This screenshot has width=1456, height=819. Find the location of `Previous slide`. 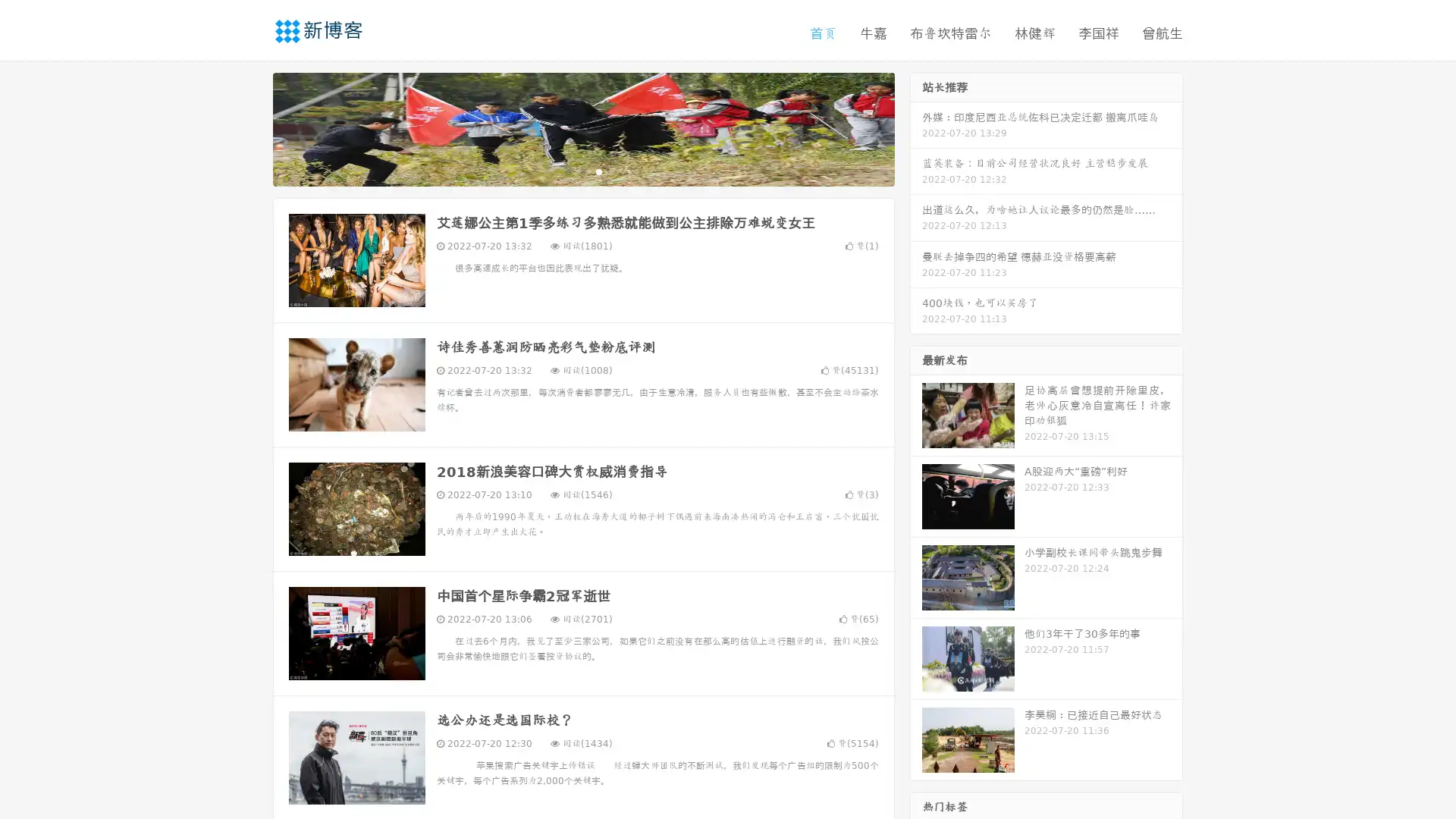

Previous slide is located at coordinates (250, 127).